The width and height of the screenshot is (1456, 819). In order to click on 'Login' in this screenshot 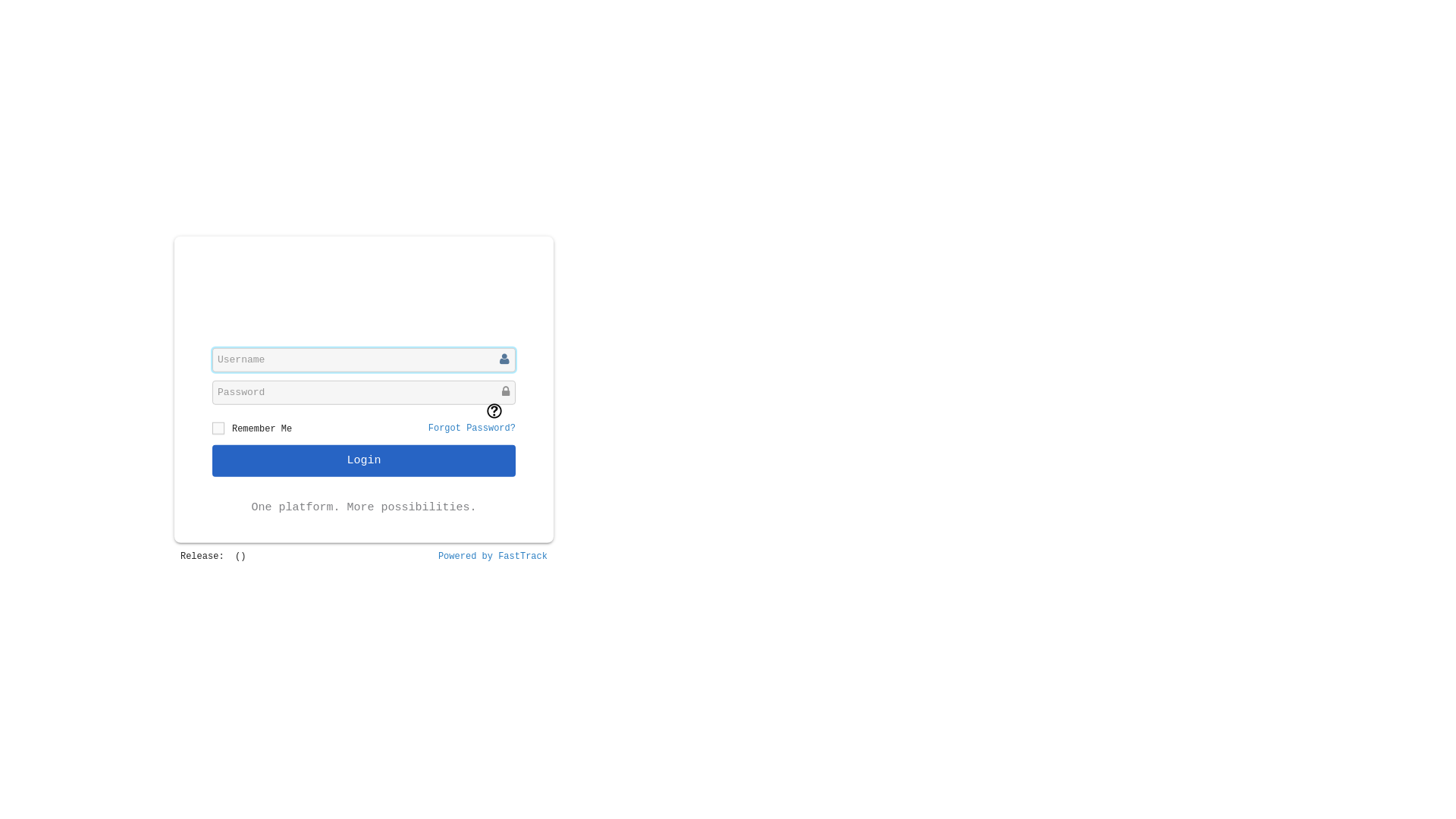, I will do `click(364, 459)`.